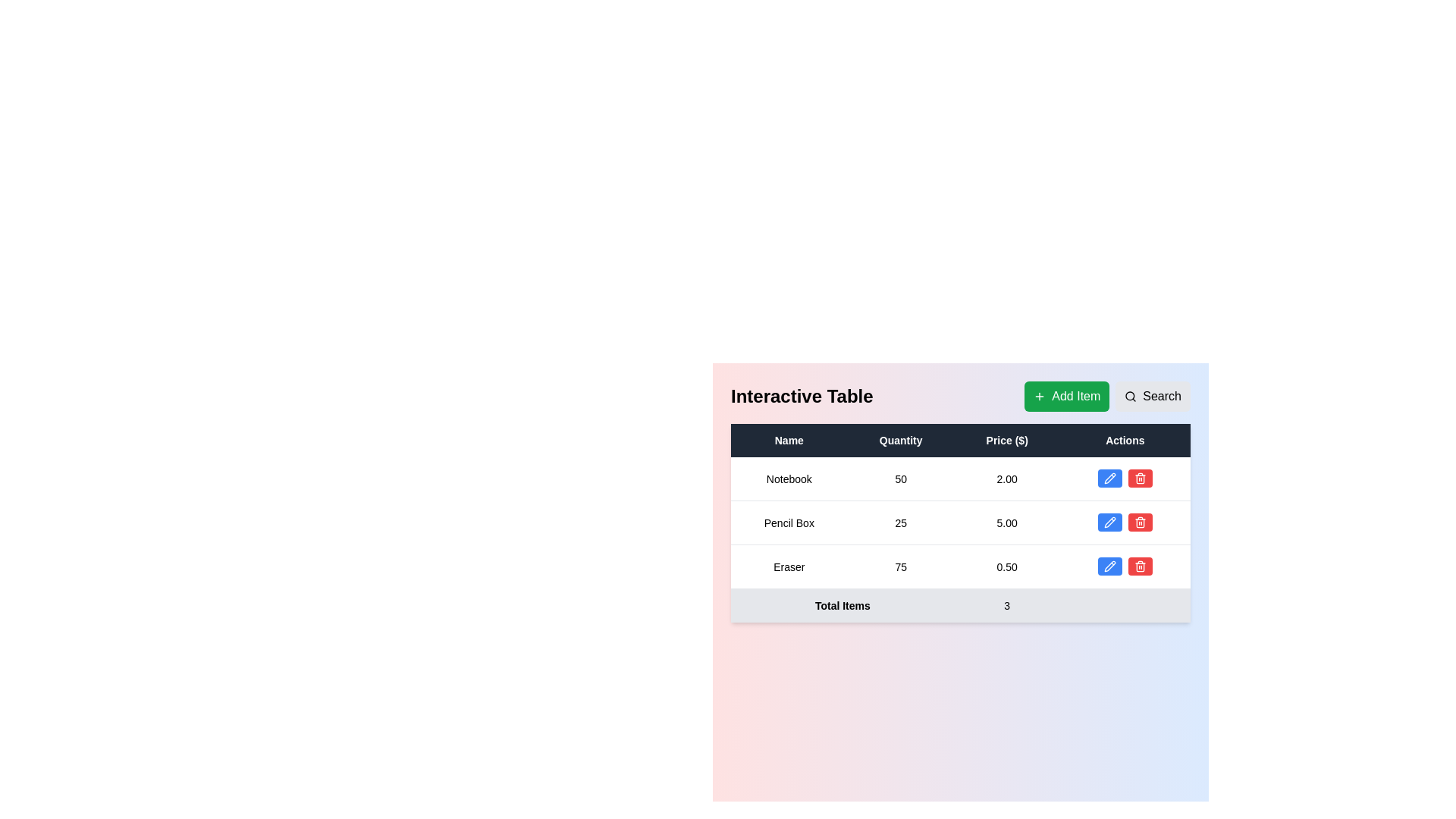  What do you see at coordinates (901, 441) in the screenshot?
I see `the text label in the second column header of the table, which indicates the type or purpose of the column for displaying quantities of items` at bounding box center [901, 441].